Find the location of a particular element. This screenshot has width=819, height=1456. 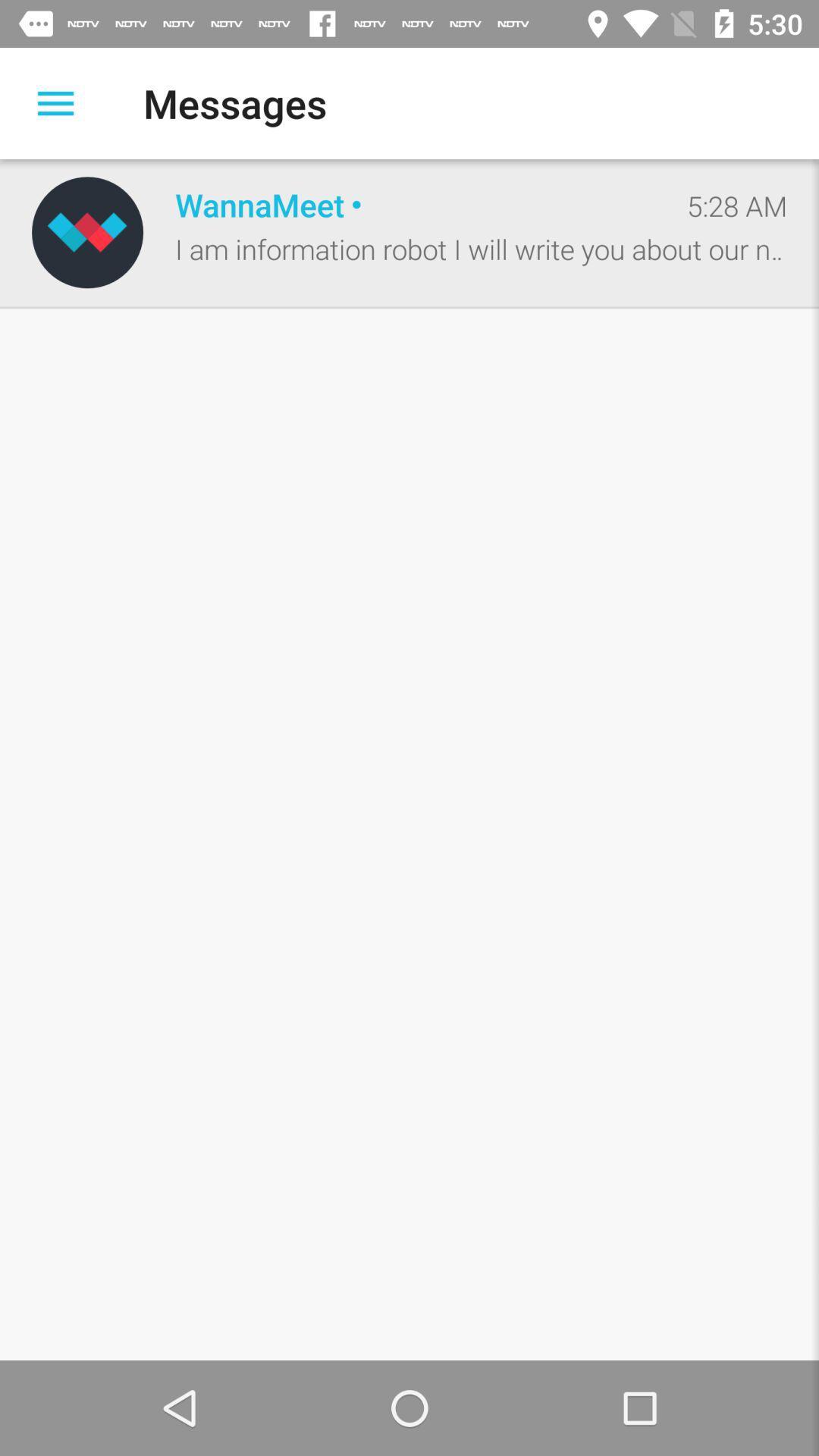

open the options menu is located at coordinates (55, 102).